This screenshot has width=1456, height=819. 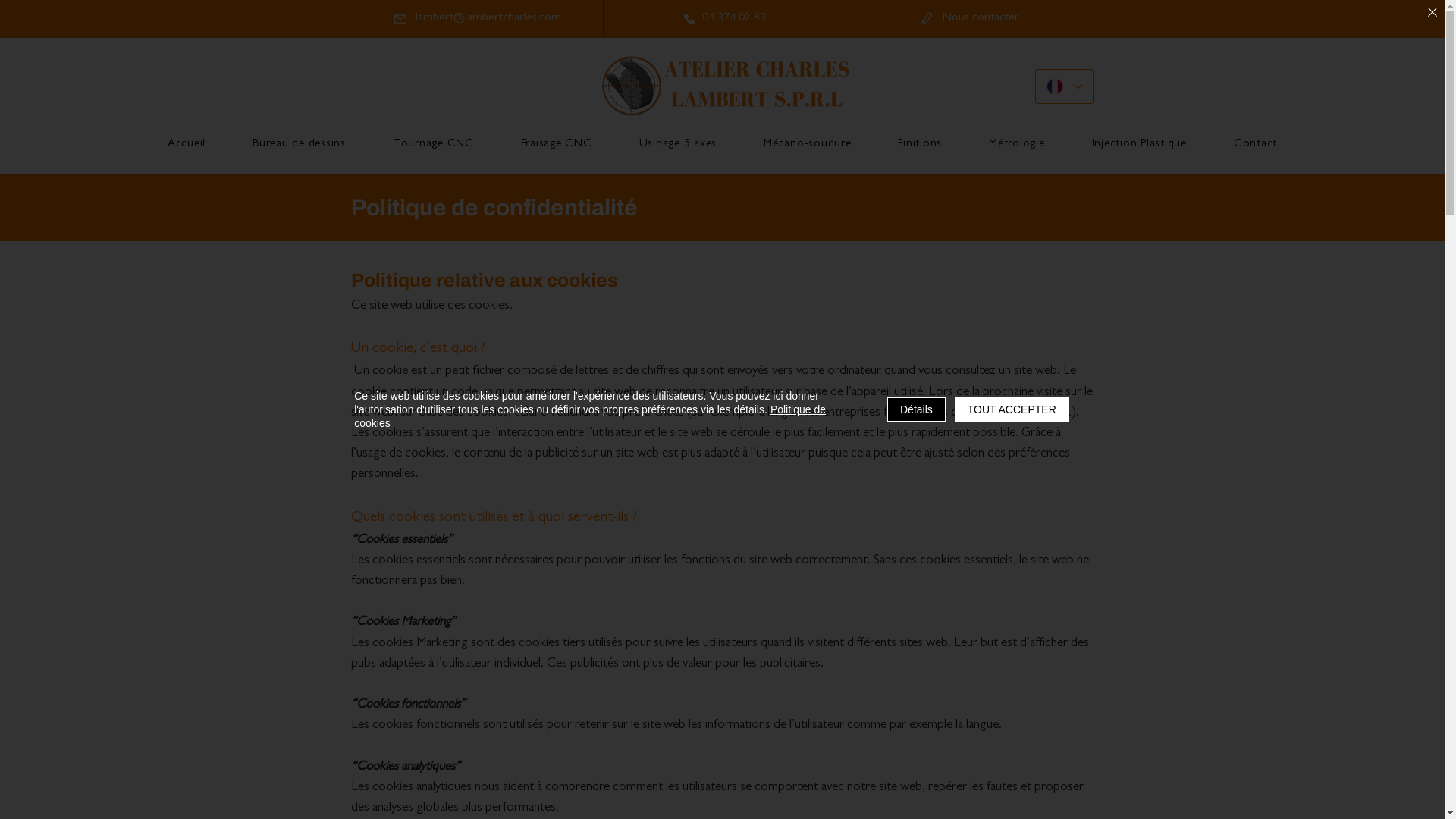 What do you see at coordinates (920, 145) in the screenshot?
I see `'Finitions'` at bounding box center [920, 145].